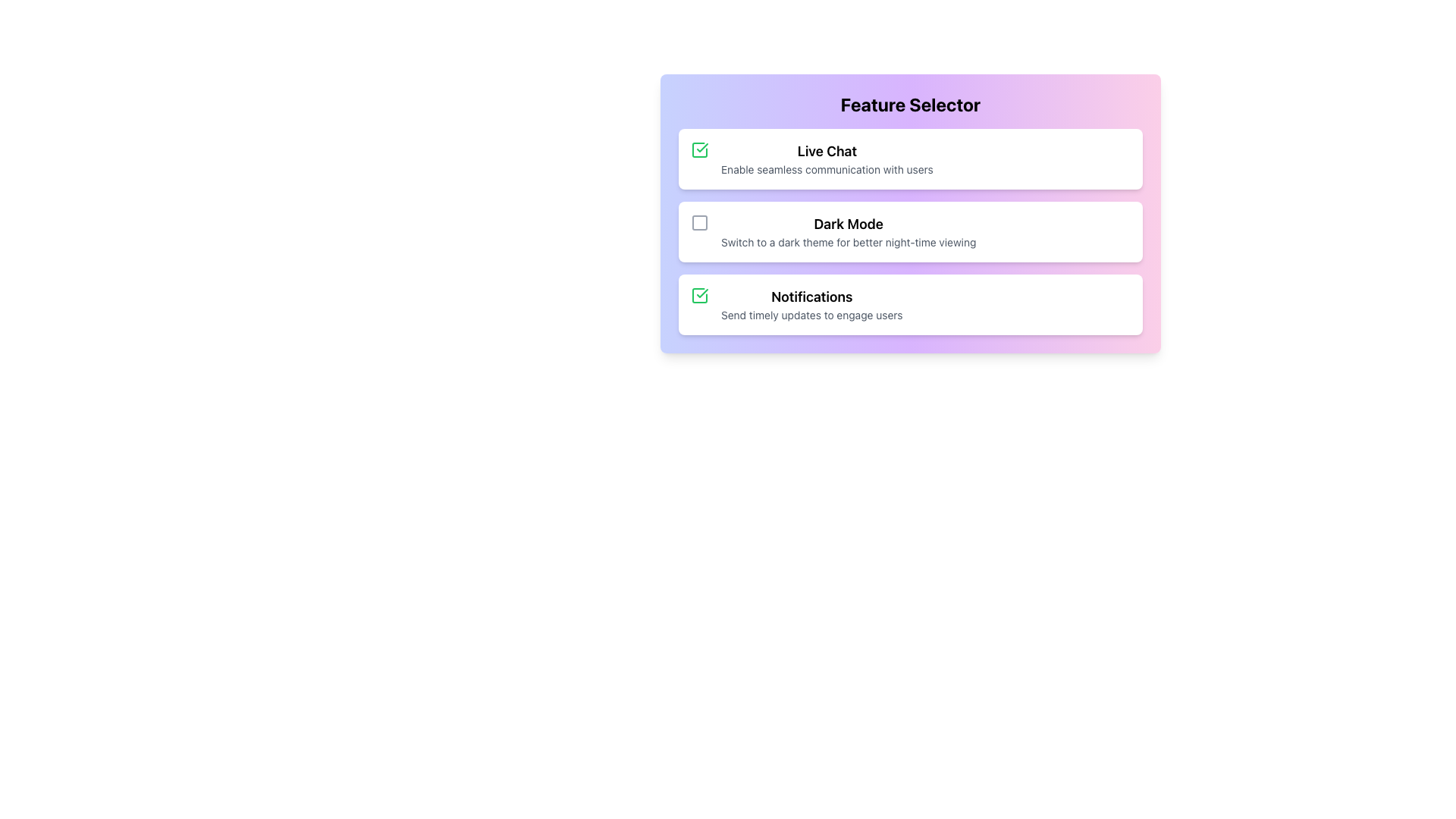 This screenshot has height=819, width=1456. What do you see at coordinates (811, 297) in the screenshot?
I see `the 'Notifications' header text label, which is located above the description 'Send timely updates to engage users' and is the bottom element in the feature selector list` at bounding box center [811, 297].